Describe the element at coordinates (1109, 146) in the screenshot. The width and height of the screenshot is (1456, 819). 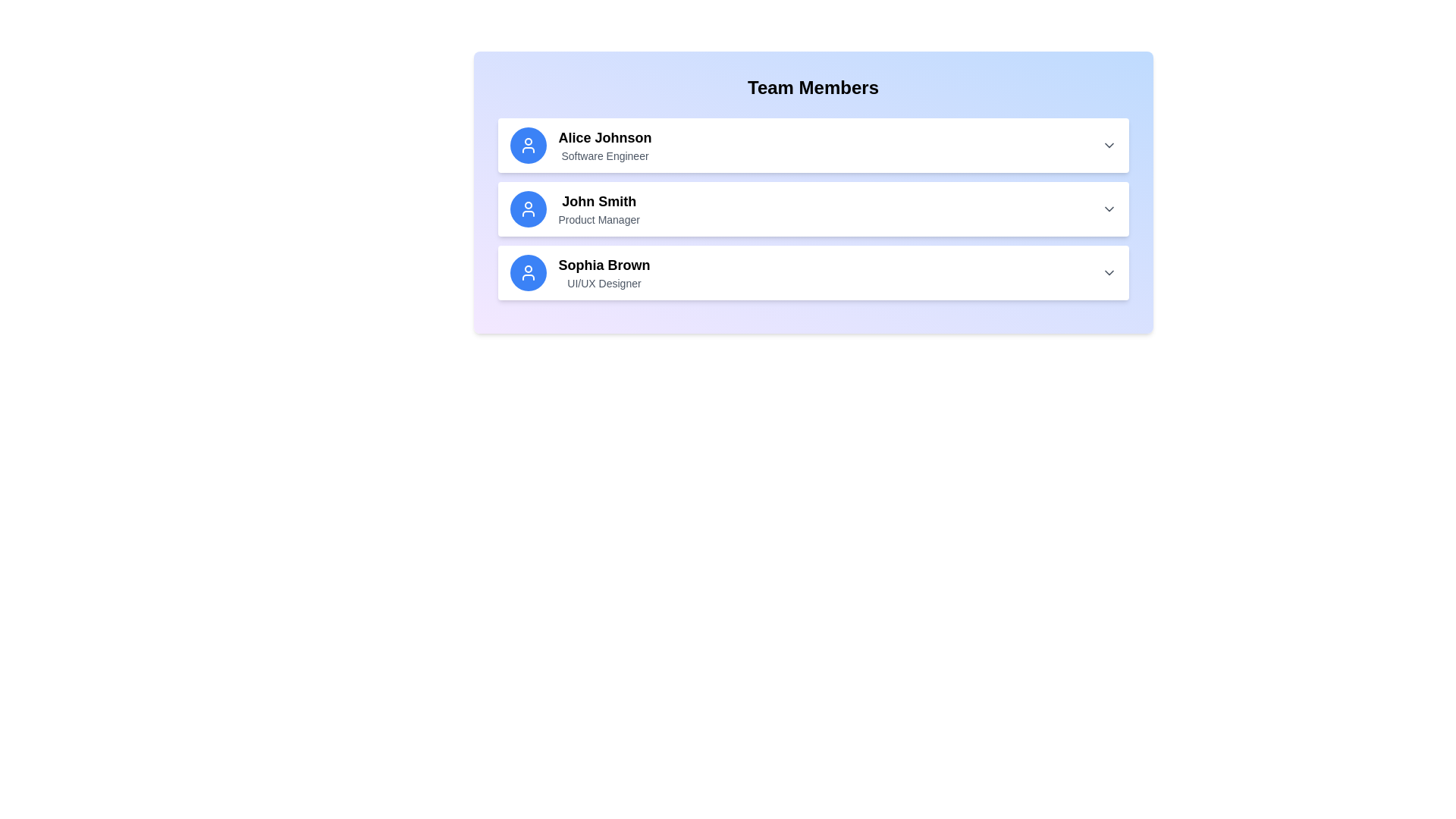
I see `the downward-pointing arrow icon at the far right of the 'Alice Johnson - Software Engineer' row` at that location.